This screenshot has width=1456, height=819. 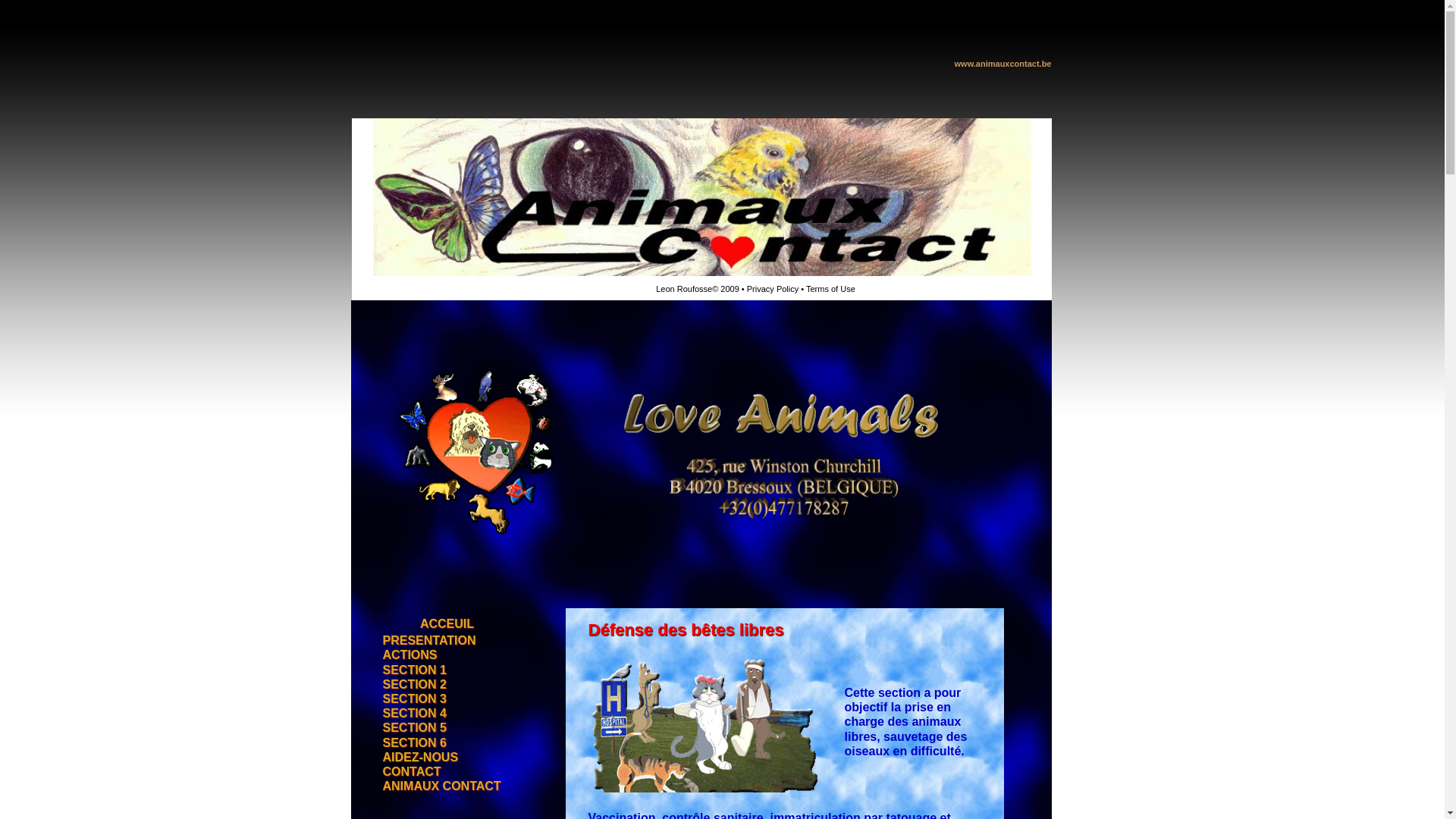 I want to click on 'News', so click(x=442, y=419).